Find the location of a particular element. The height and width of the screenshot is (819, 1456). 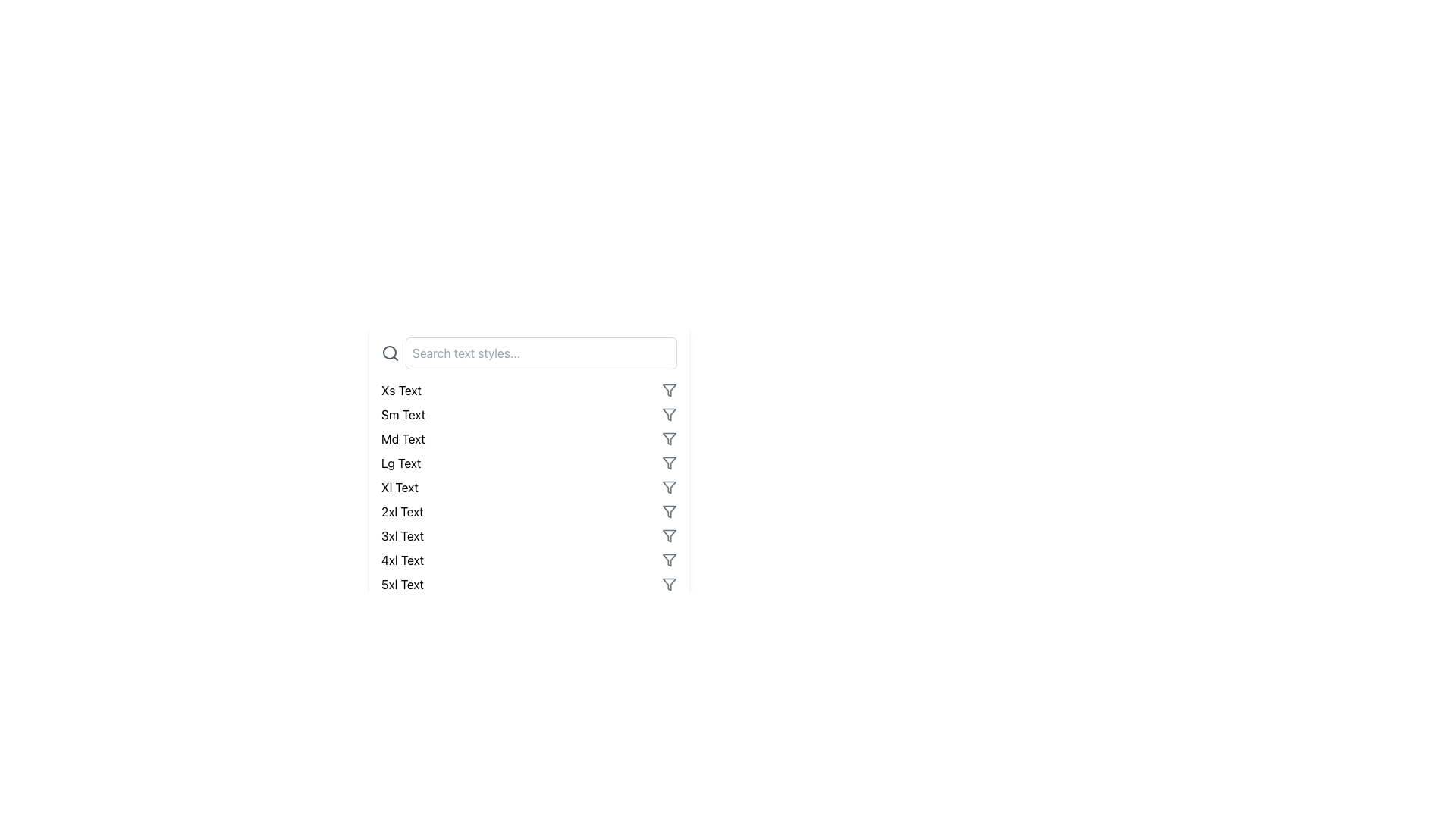

the text label displaying 'Sm Text', which is the second item in a vertical list of text labels, positioned below 'Xs Text' and above 'Md Text' is located at coordinates (403, 415).